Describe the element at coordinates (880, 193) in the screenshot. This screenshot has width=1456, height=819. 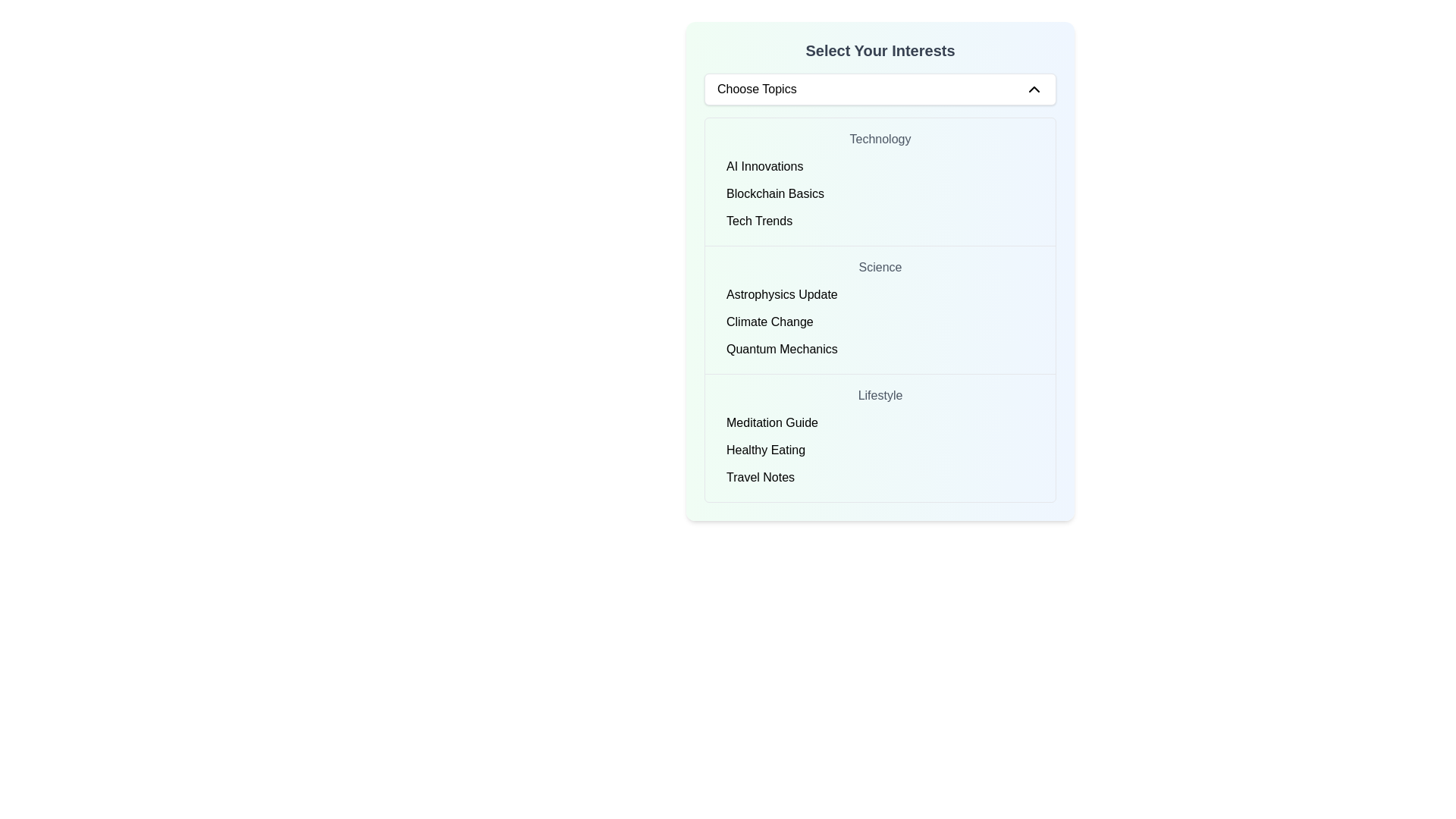
I see `the 'Blockchain Basics' option in the 'Technology' section of the 'Select Your Interests' interface` at that location.